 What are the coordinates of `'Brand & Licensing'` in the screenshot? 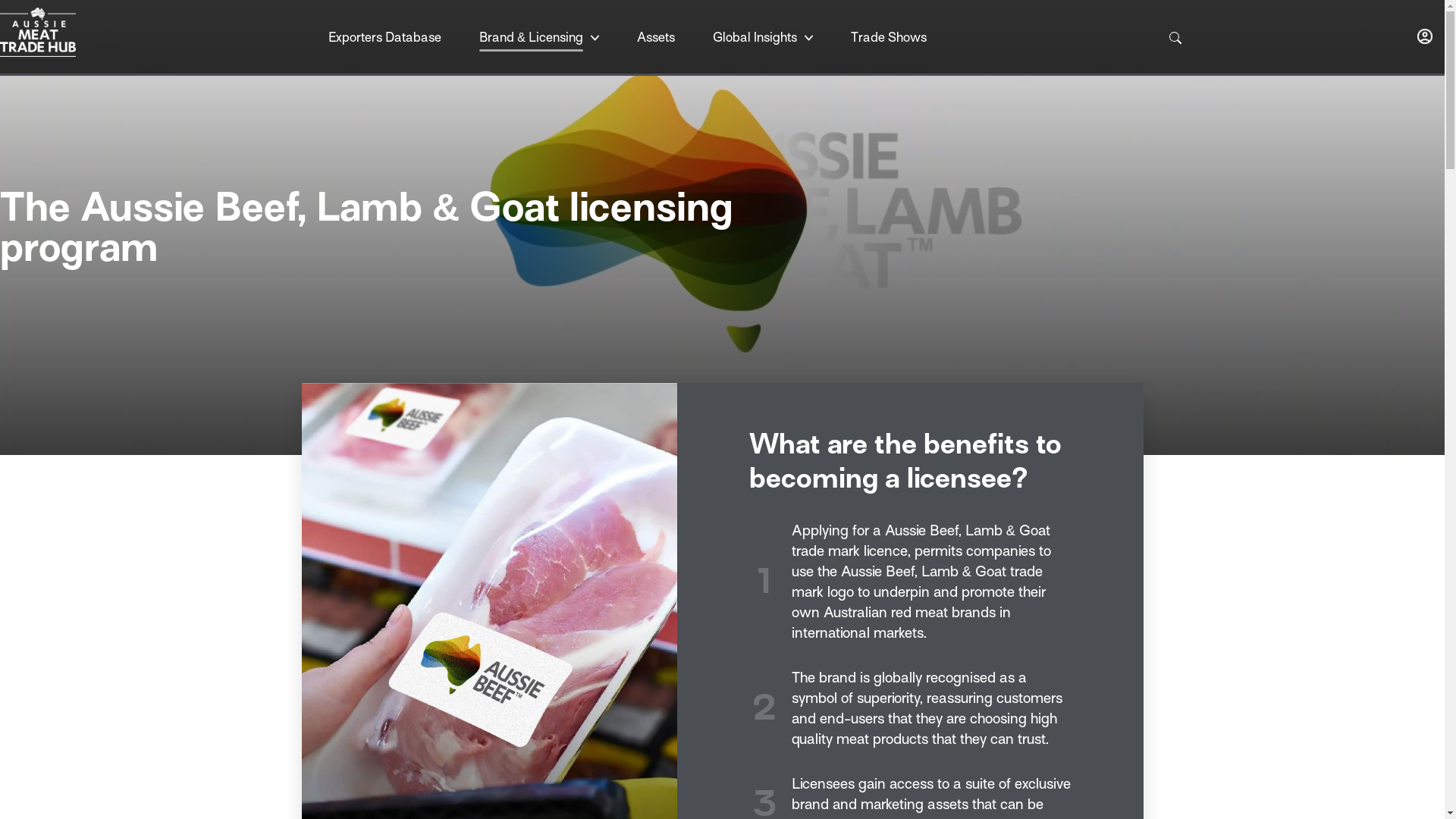 It's located at (538, 37).